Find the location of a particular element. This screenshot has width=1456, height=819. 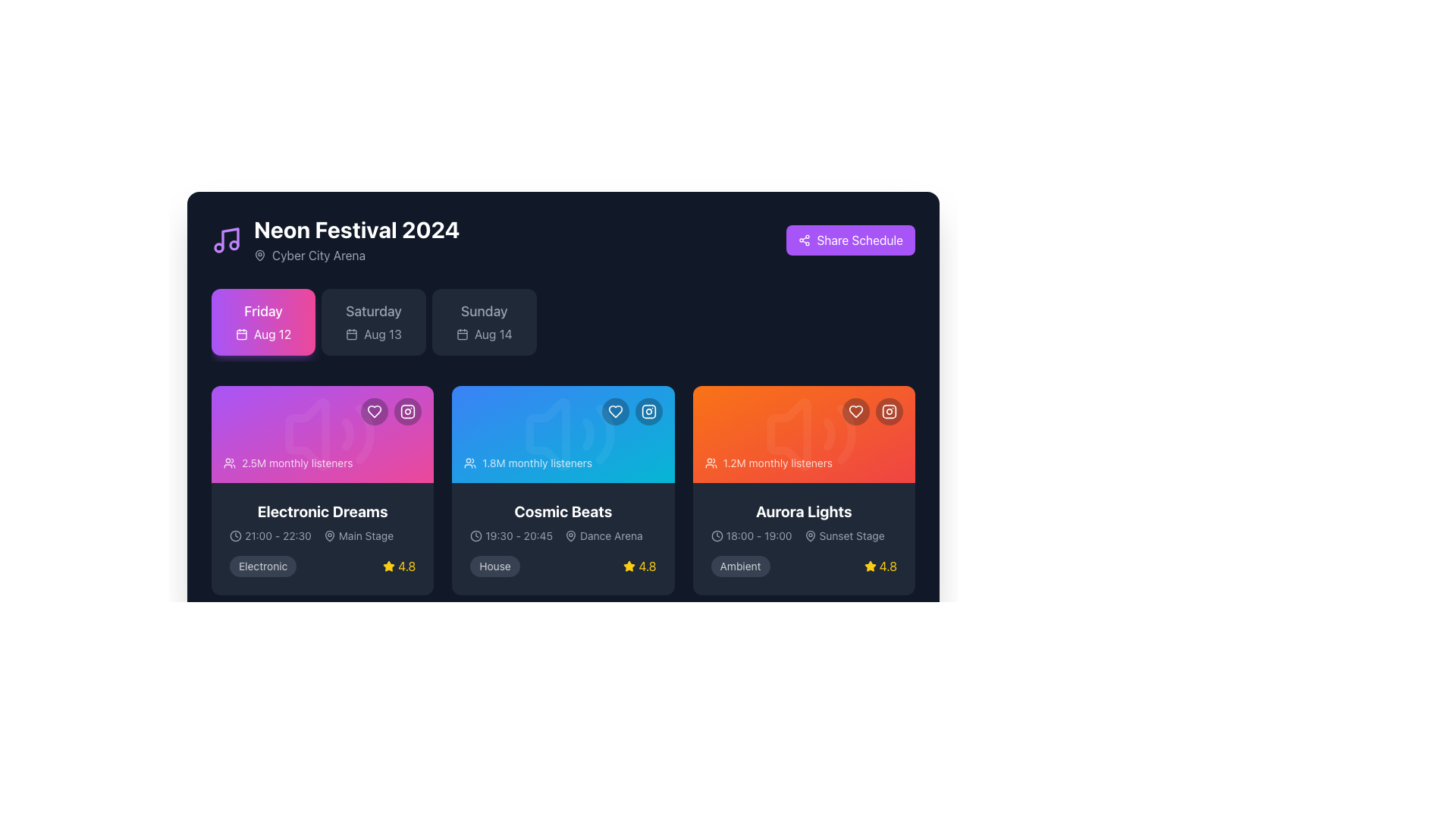

the SVG Circle Element that forms the circular border of the clock icon in the 'Aurora Lights' card, located in the bottom row of the application is located at coordinates (716, 535).